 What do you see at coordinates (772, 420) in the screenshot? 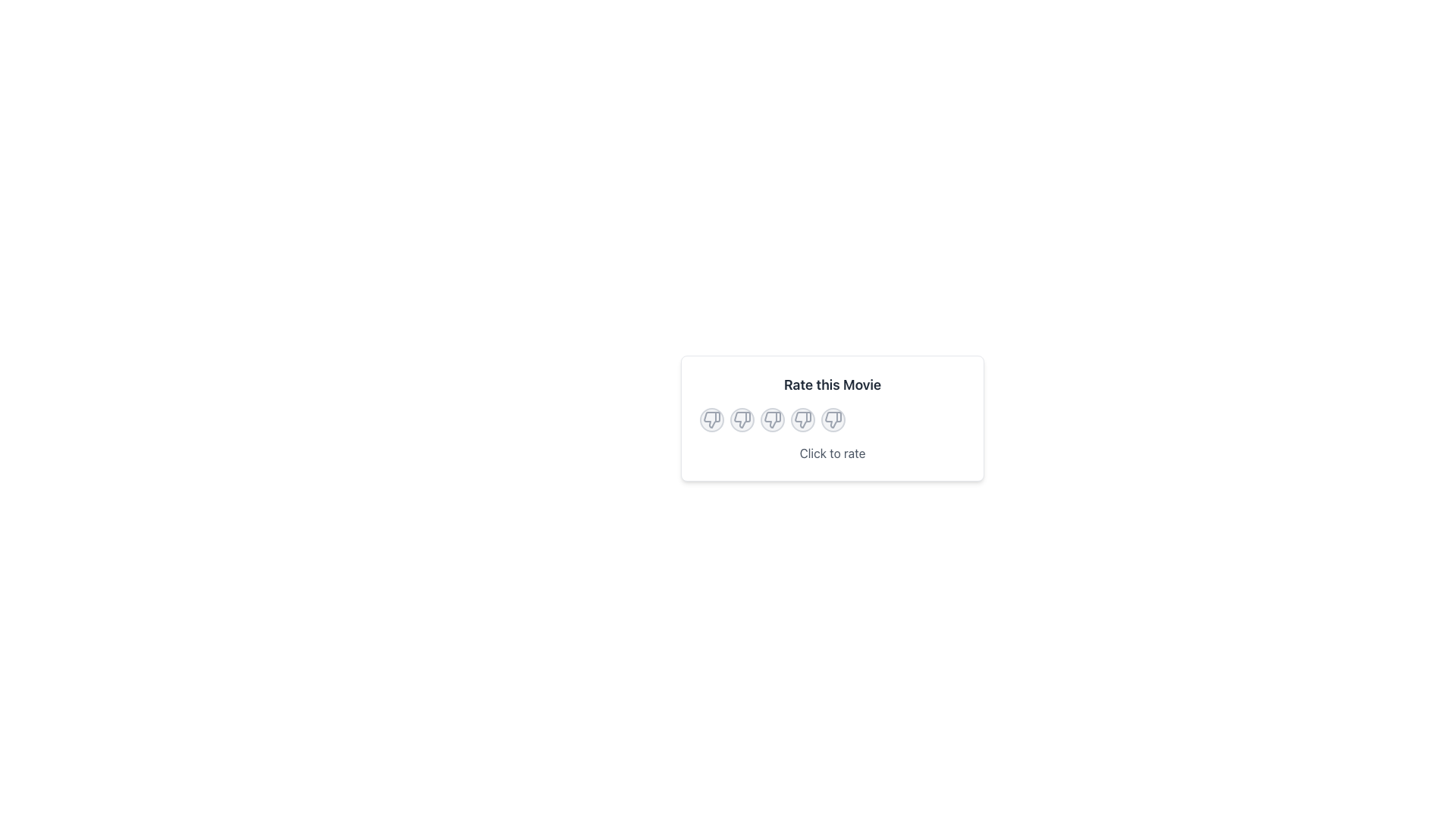
I see `the third circular Rating button from the left, which has a light gray background and a thumbs-down icon` at bounding box center [772, 420].